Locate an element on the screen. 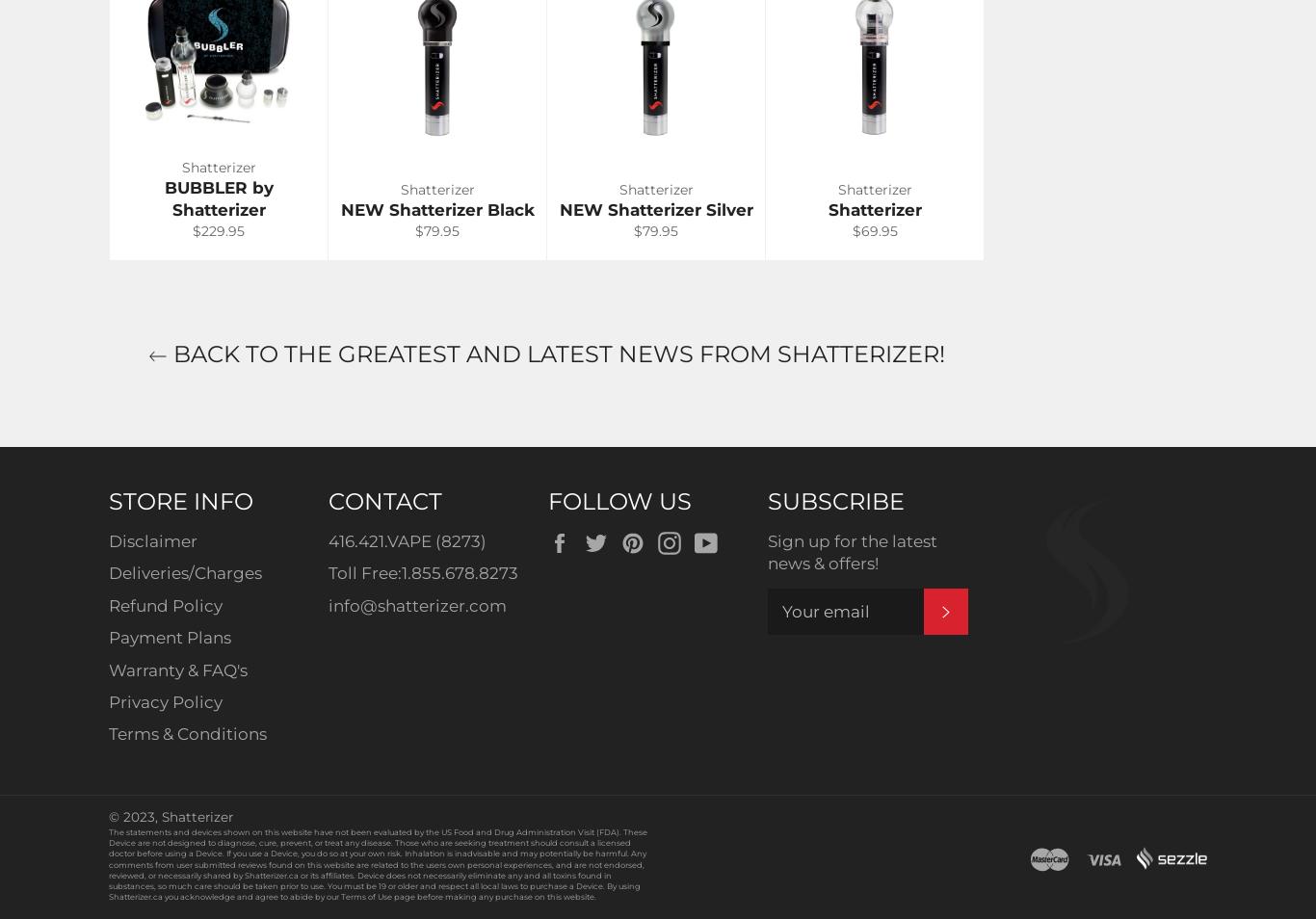  'Warranty & FAQ's' is located at coordinates (176, 668).